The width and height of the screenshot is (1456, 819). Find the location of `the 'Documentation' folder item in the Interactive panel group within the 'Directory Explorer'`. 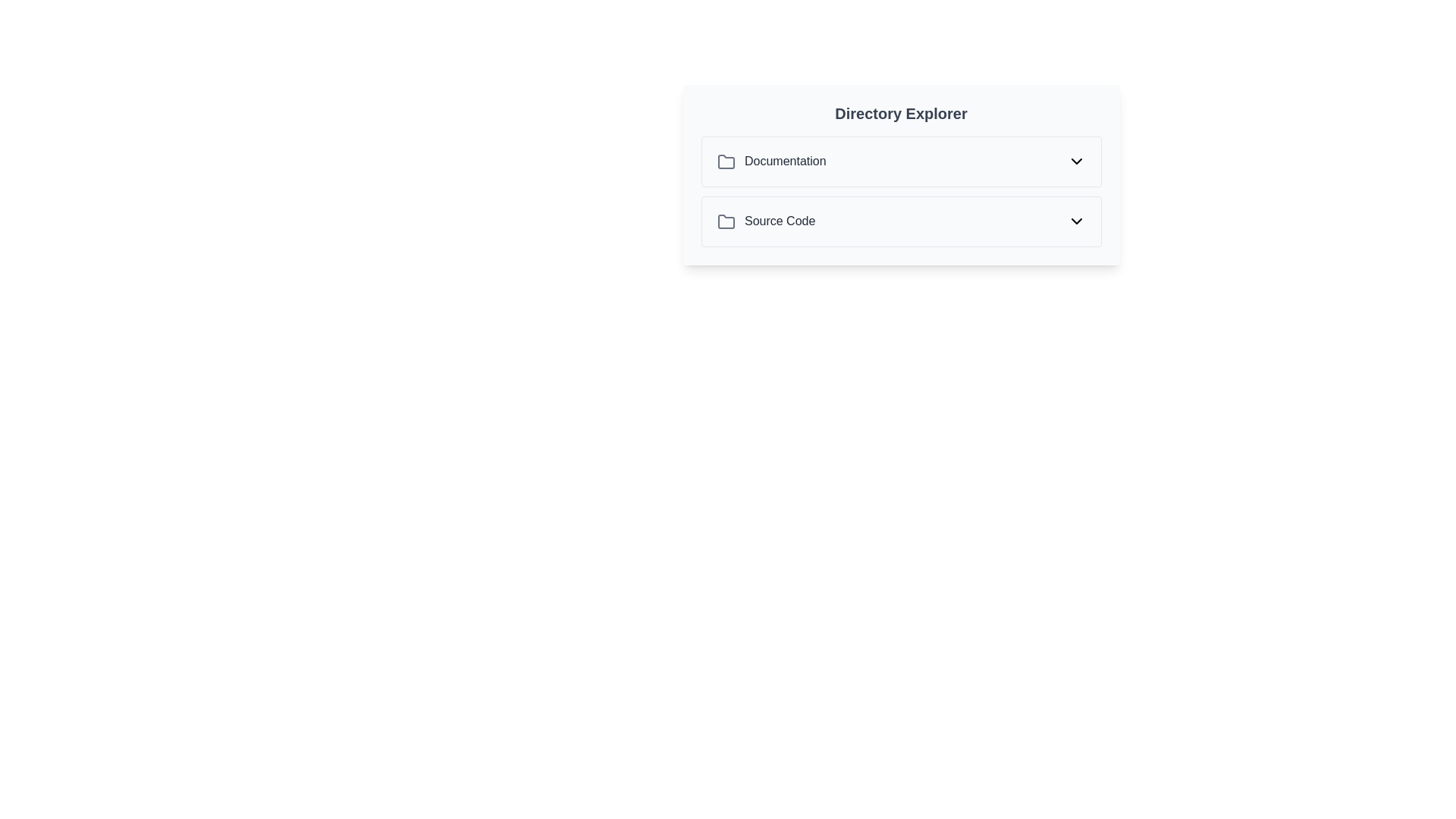

the 'Documentation' folder item in the Interactive panel group within the 'Directory Explorer' is located at coordinates (901, 174).